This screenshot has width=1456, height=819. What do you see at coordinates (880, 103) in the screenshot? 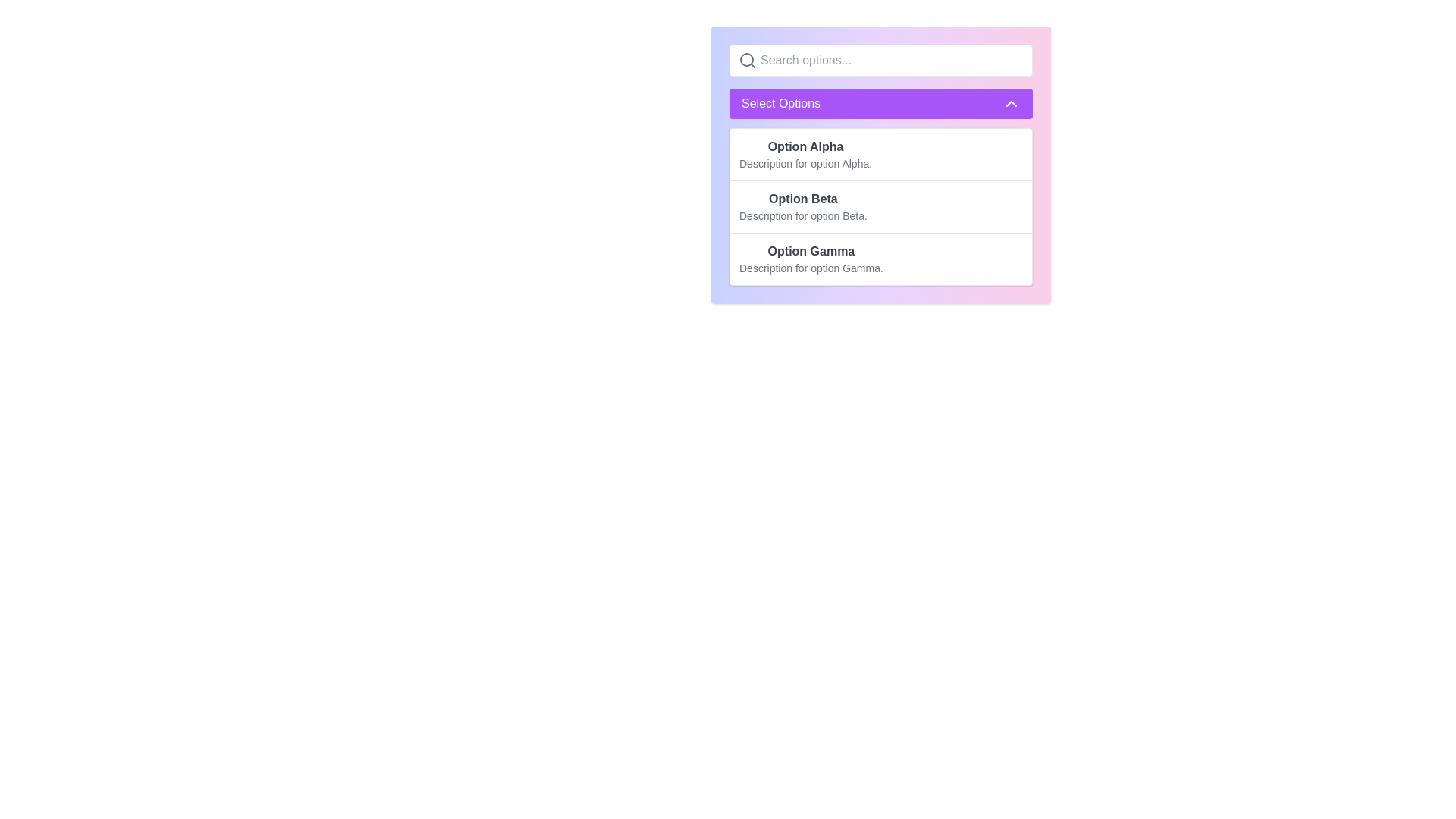
I see `the Dropdown Toggle Button located below the search field and above the list of selectable options` at bounding box center [880, 103].